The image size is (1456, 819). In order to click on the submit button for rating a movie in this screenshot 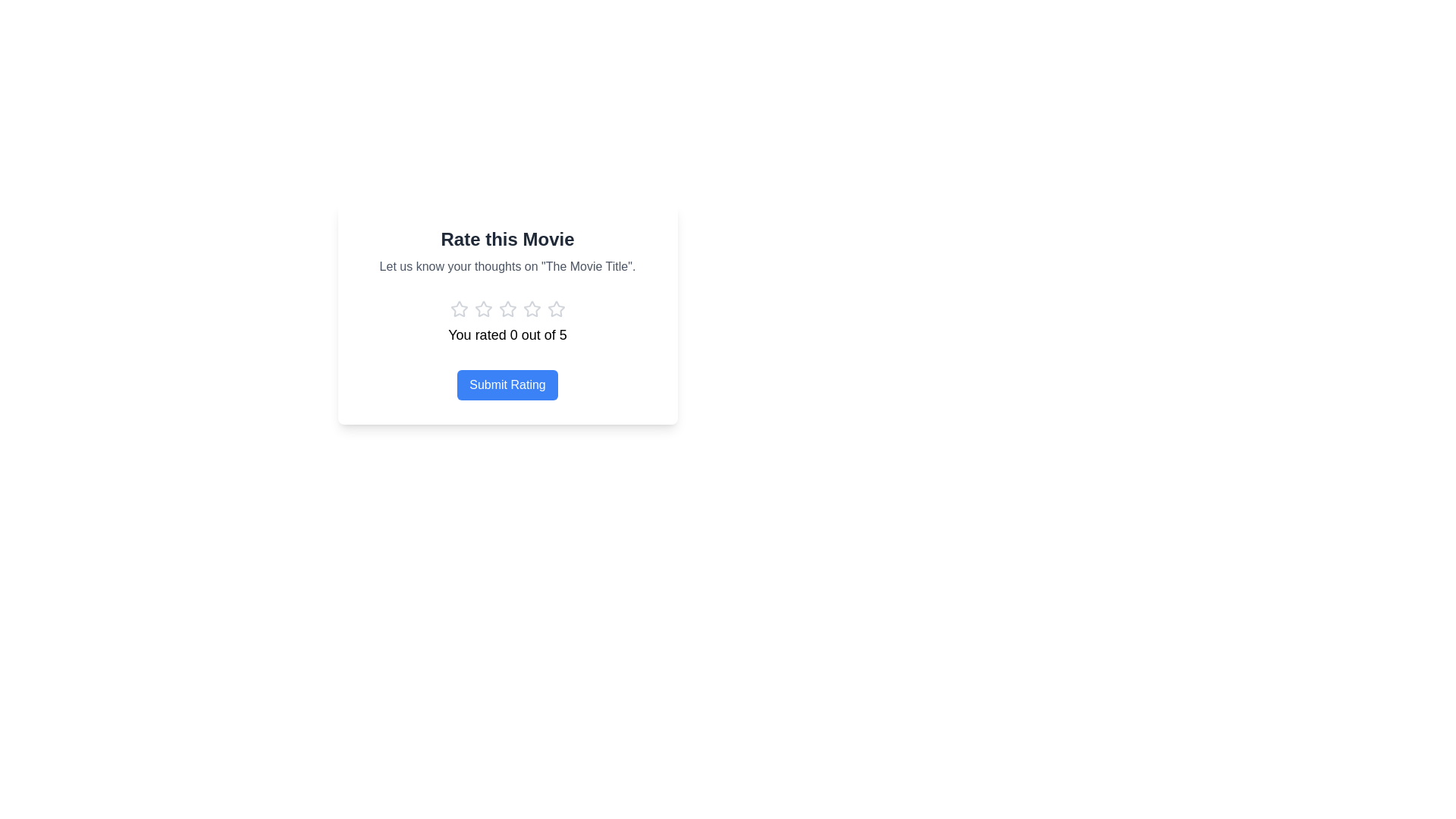, I will do `click(507, 384)`.